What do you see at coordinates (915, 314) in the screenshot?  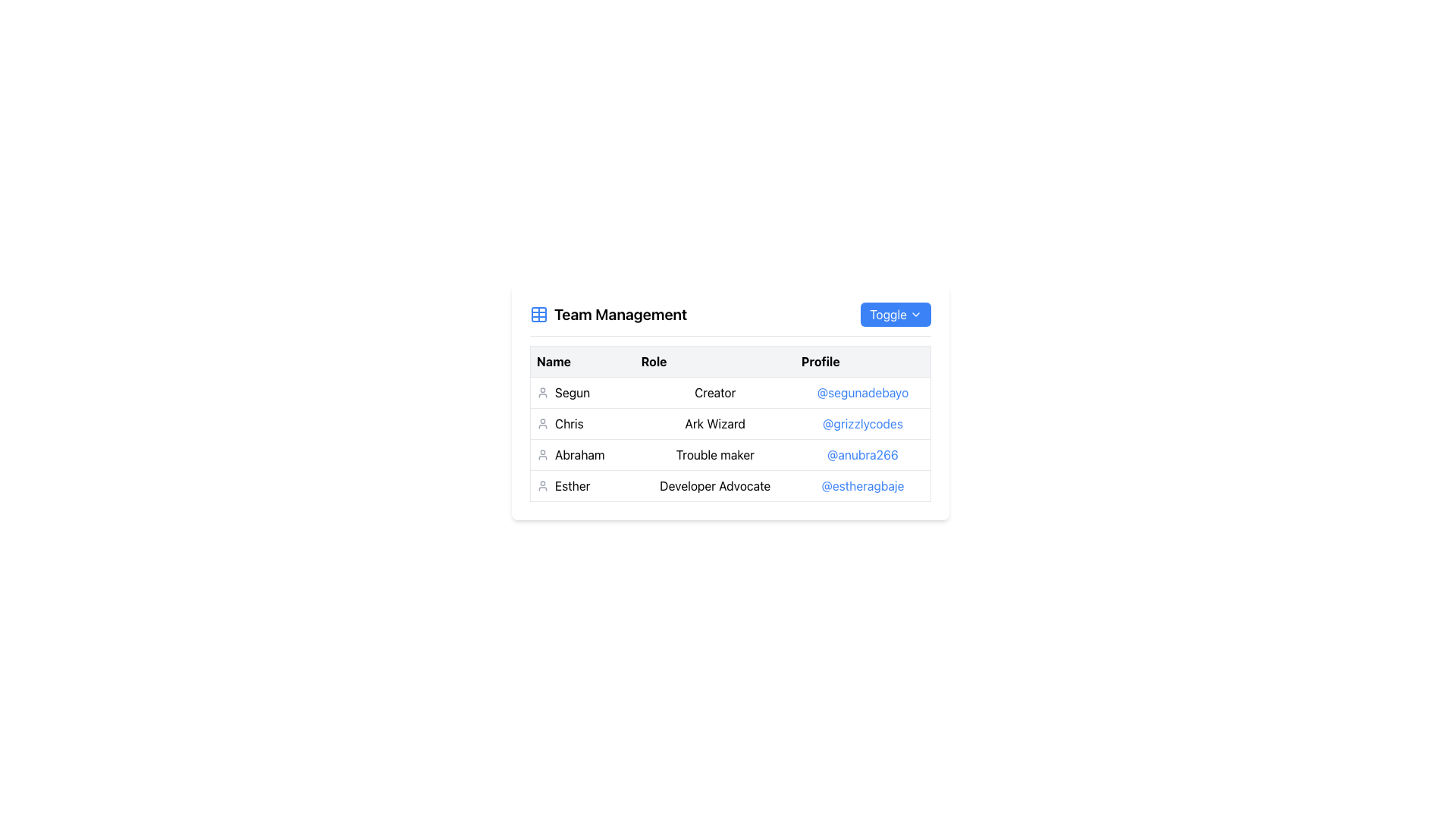 I see `the icon located inside the 'Toggle' button to the right of the text label 'Toggle' in the 'Team Management' widget` at bounding box center [915, 314].